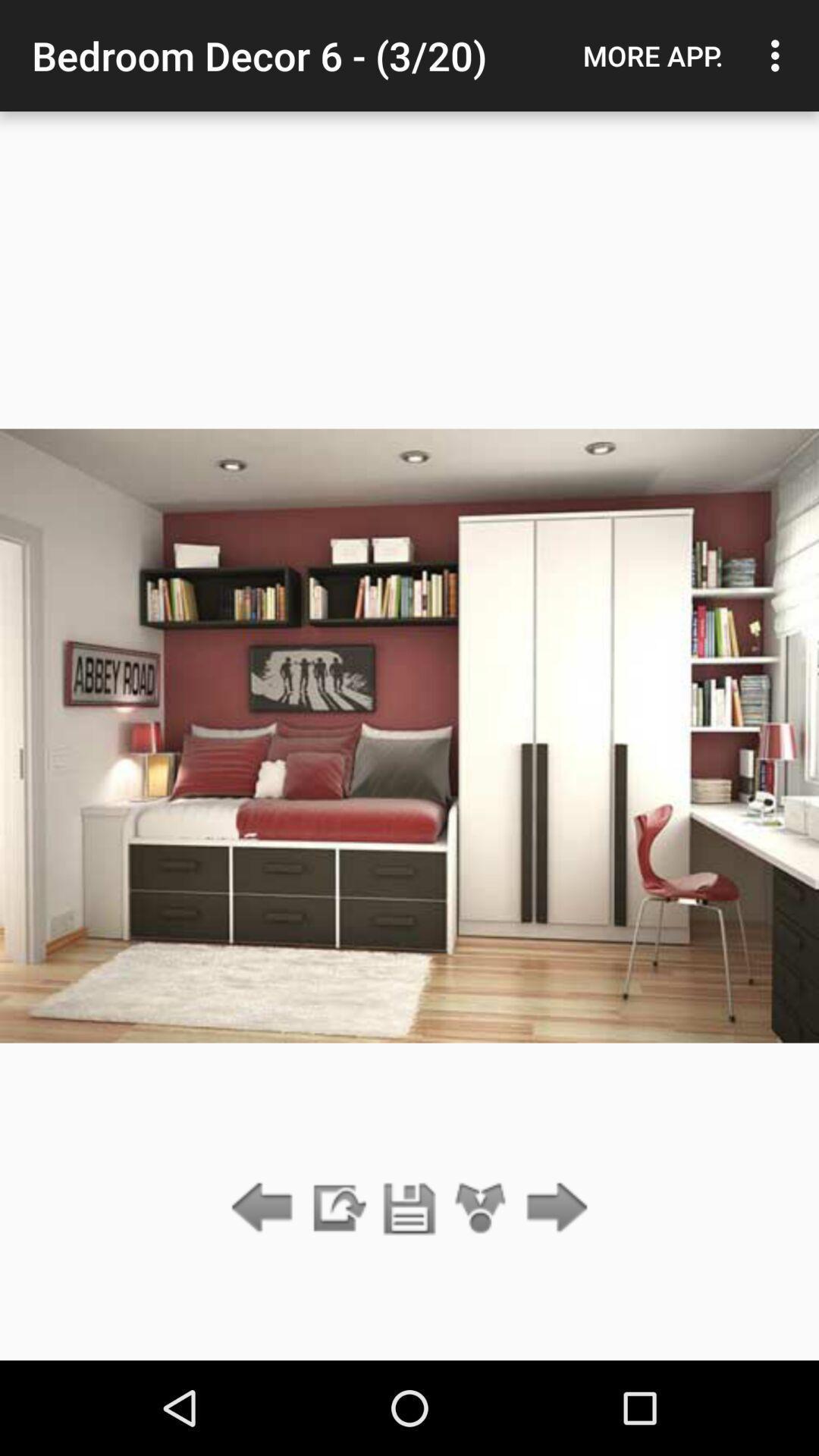 This screenshot has width=819, height=1456. I want to click on icon at the bottom right corner, so click(553, 1208).